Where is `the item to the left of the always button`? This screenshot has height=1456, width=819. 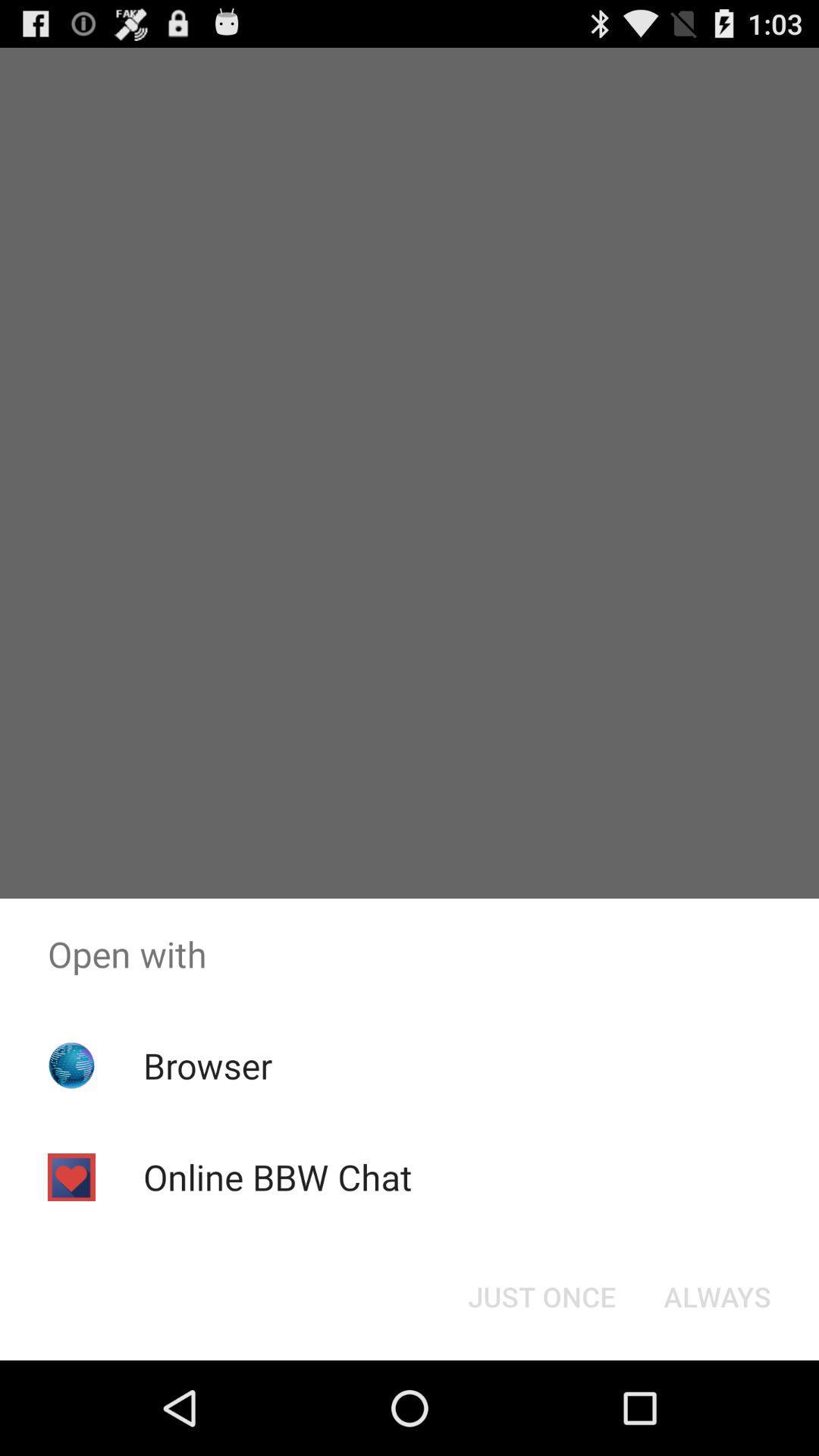
the item to the left of the always button is located at coordinates (541, 1295).